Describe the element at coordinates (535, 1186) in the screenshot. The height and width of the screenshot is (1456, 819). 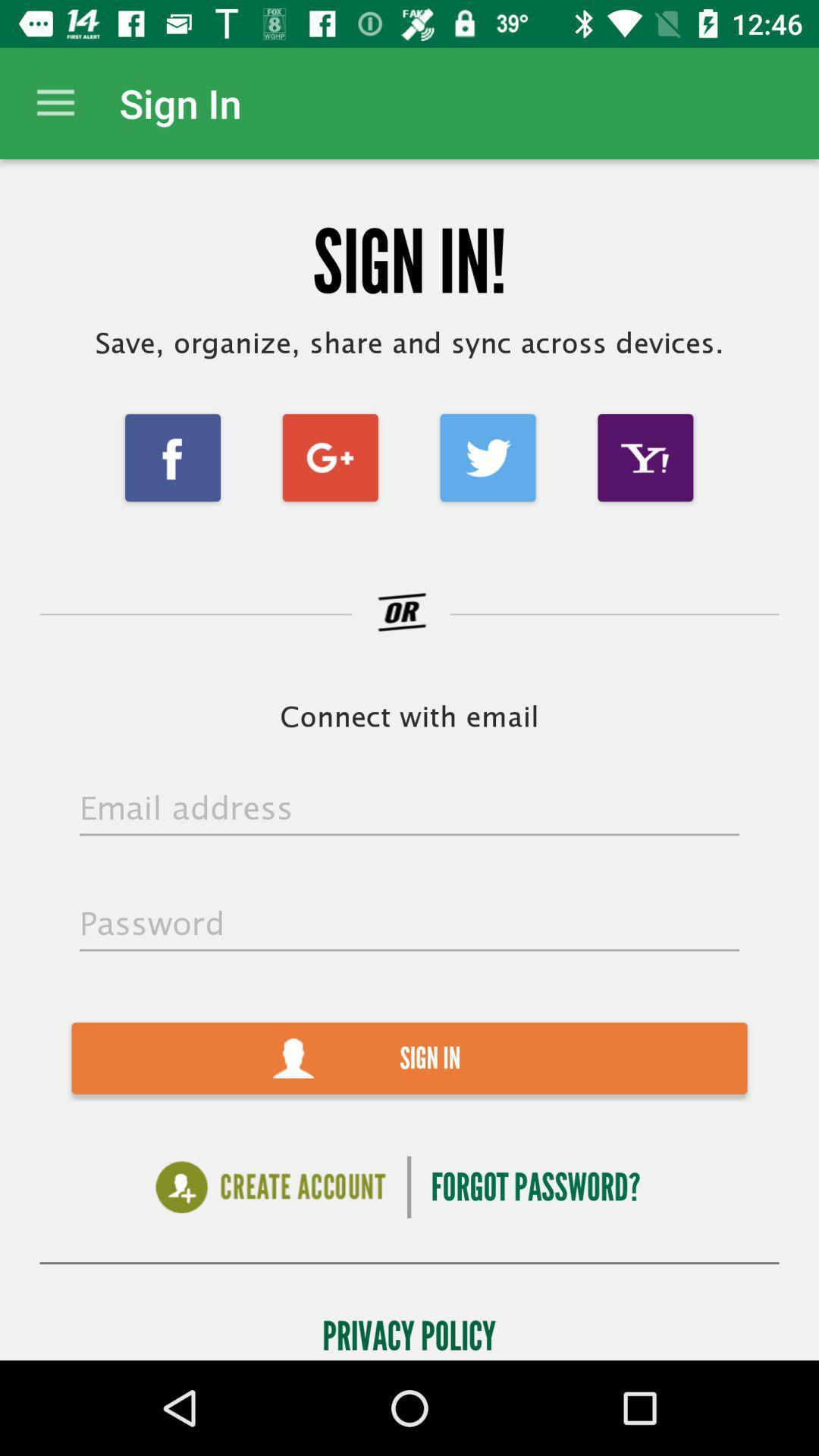
I see `item below sign in icon` at that location.